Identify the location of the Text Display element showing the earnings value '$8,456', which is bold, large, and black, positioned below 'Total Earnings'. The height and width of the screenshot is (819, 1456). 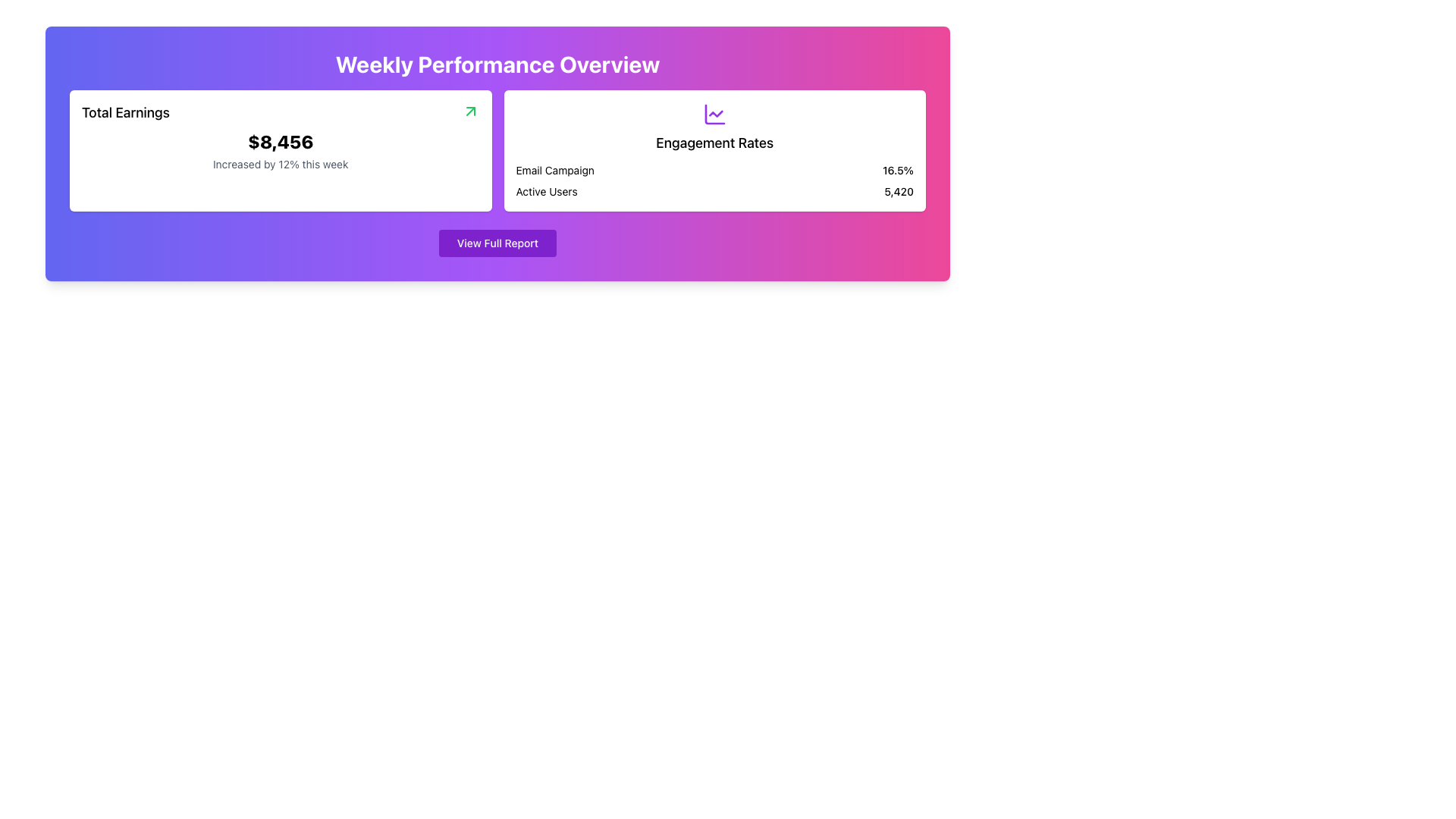
(281, 141).